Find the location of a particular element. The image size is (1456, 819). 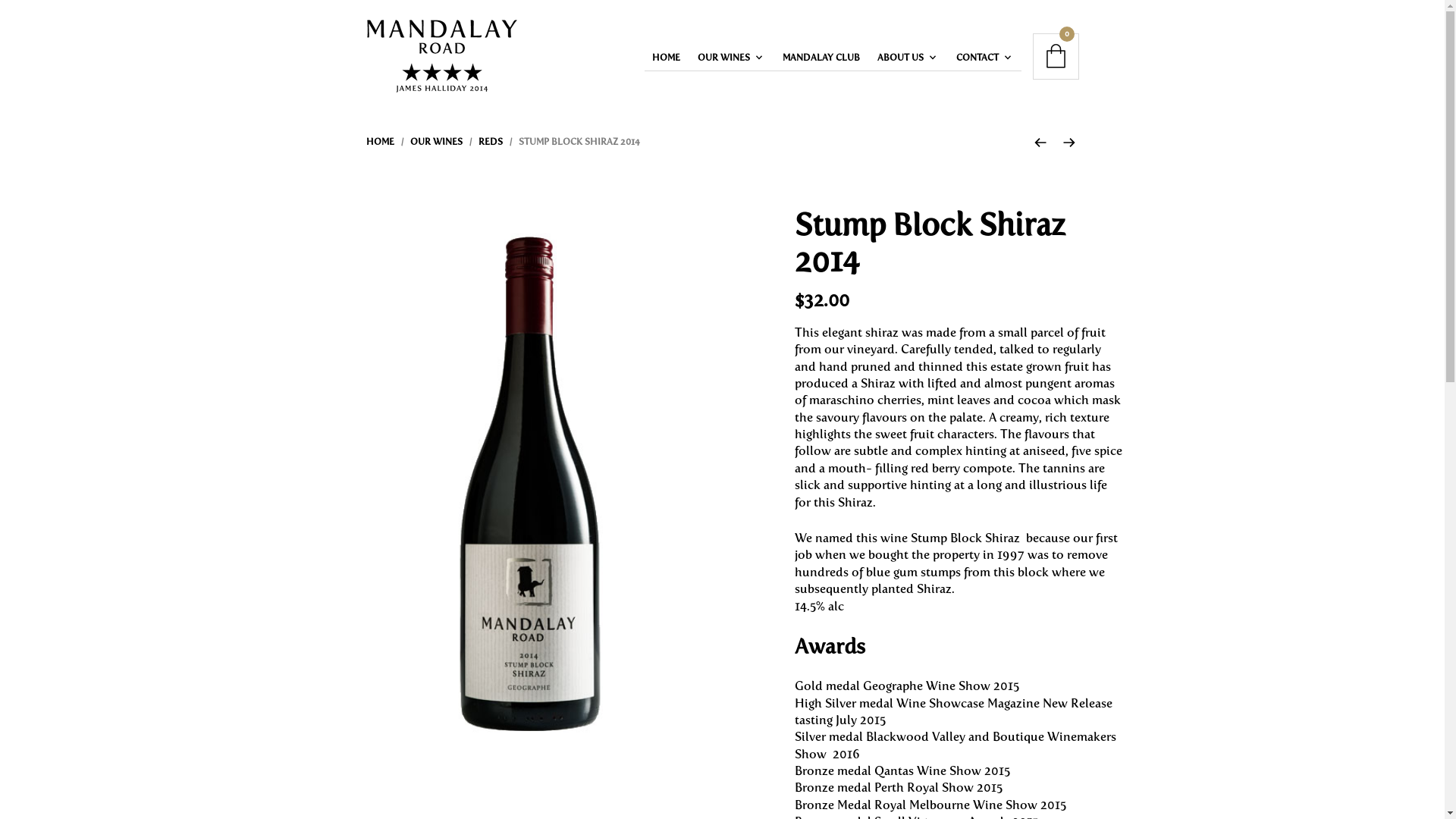

'0' is located at coordinates (1055, 55).